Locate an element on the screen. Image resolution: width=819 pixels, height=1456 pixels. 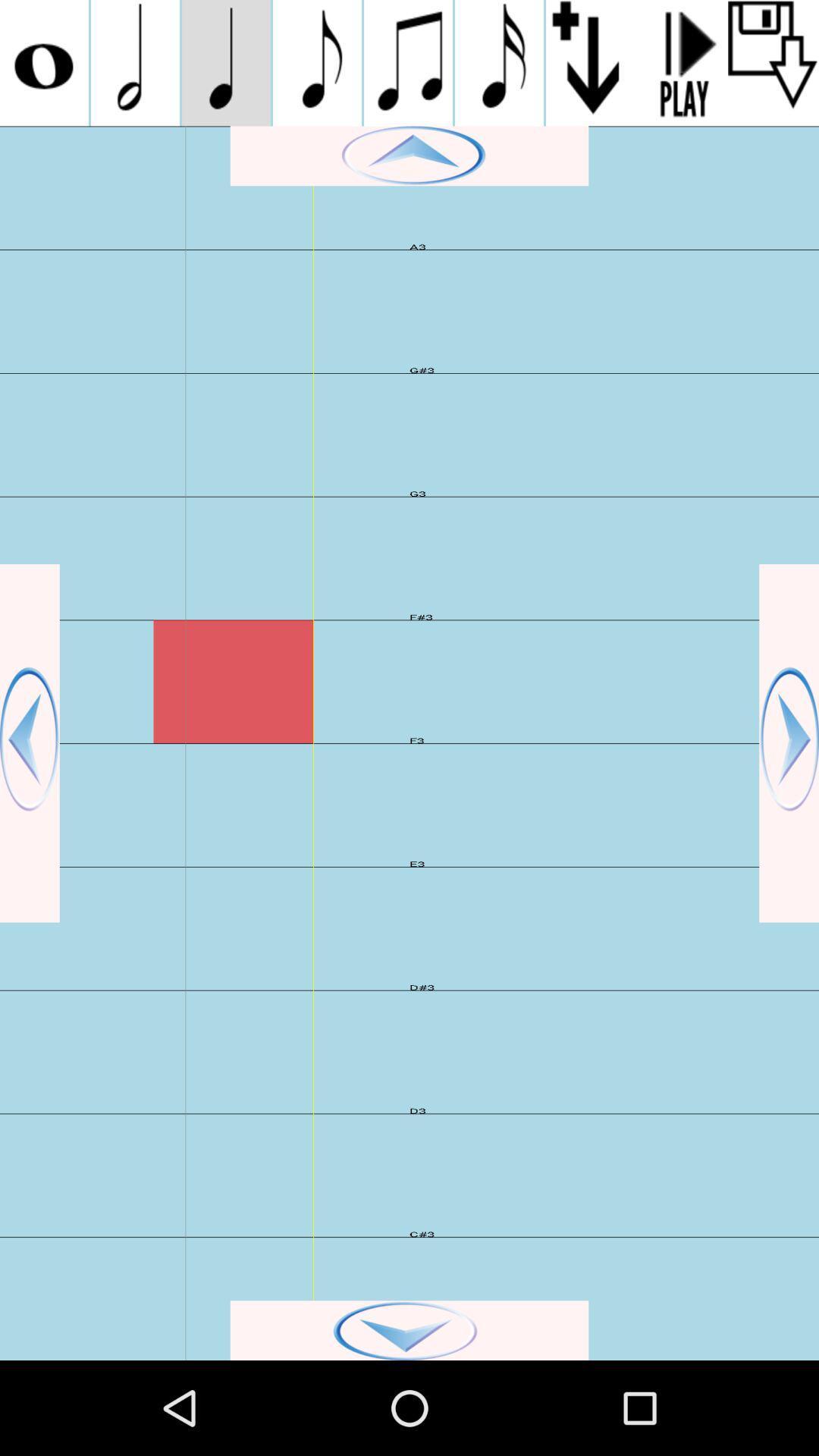
down is located at coordinates (409, 1329).